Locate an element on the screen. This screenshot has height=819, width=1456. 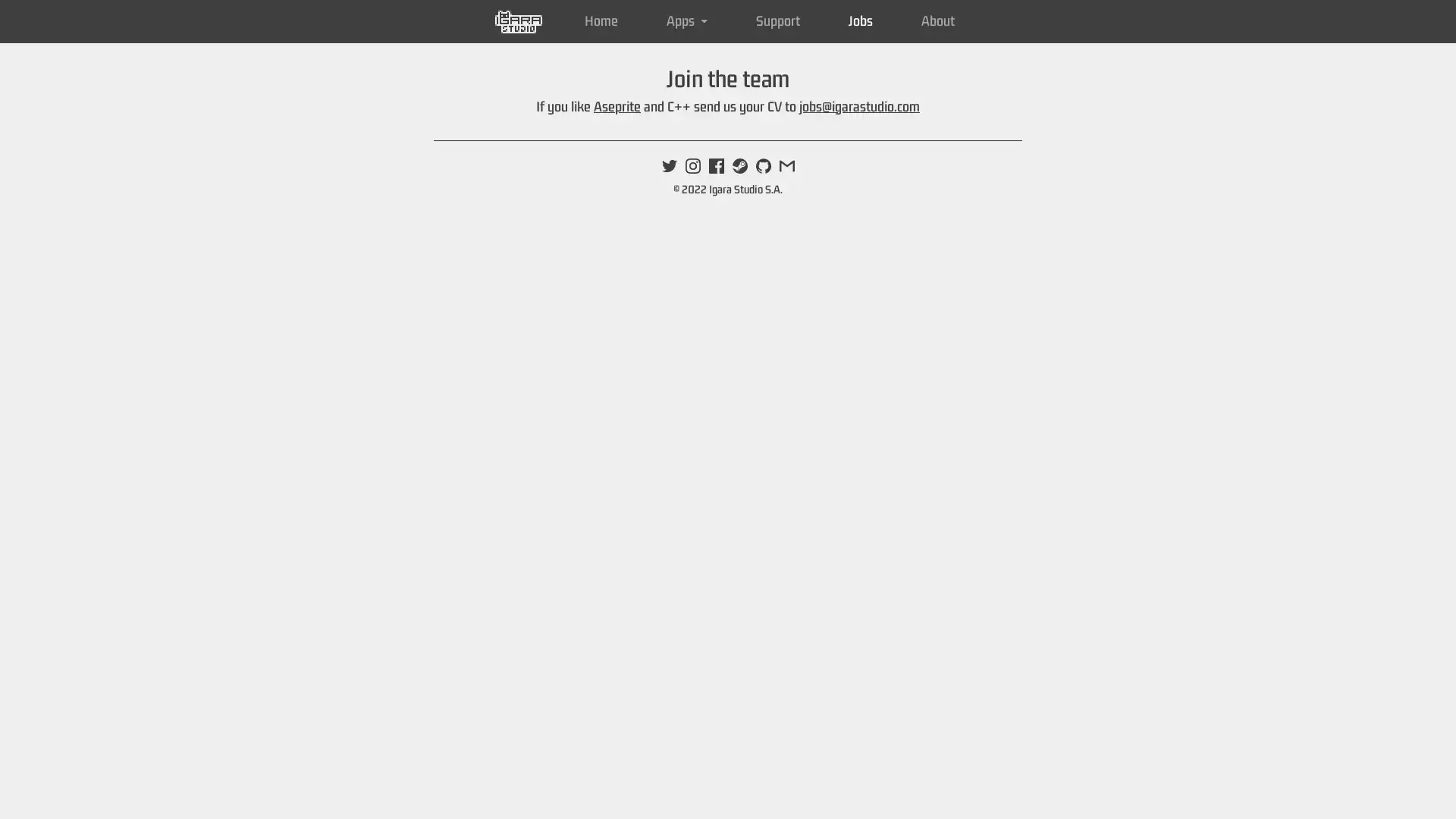
Apps is located at coordinates (686, 20).